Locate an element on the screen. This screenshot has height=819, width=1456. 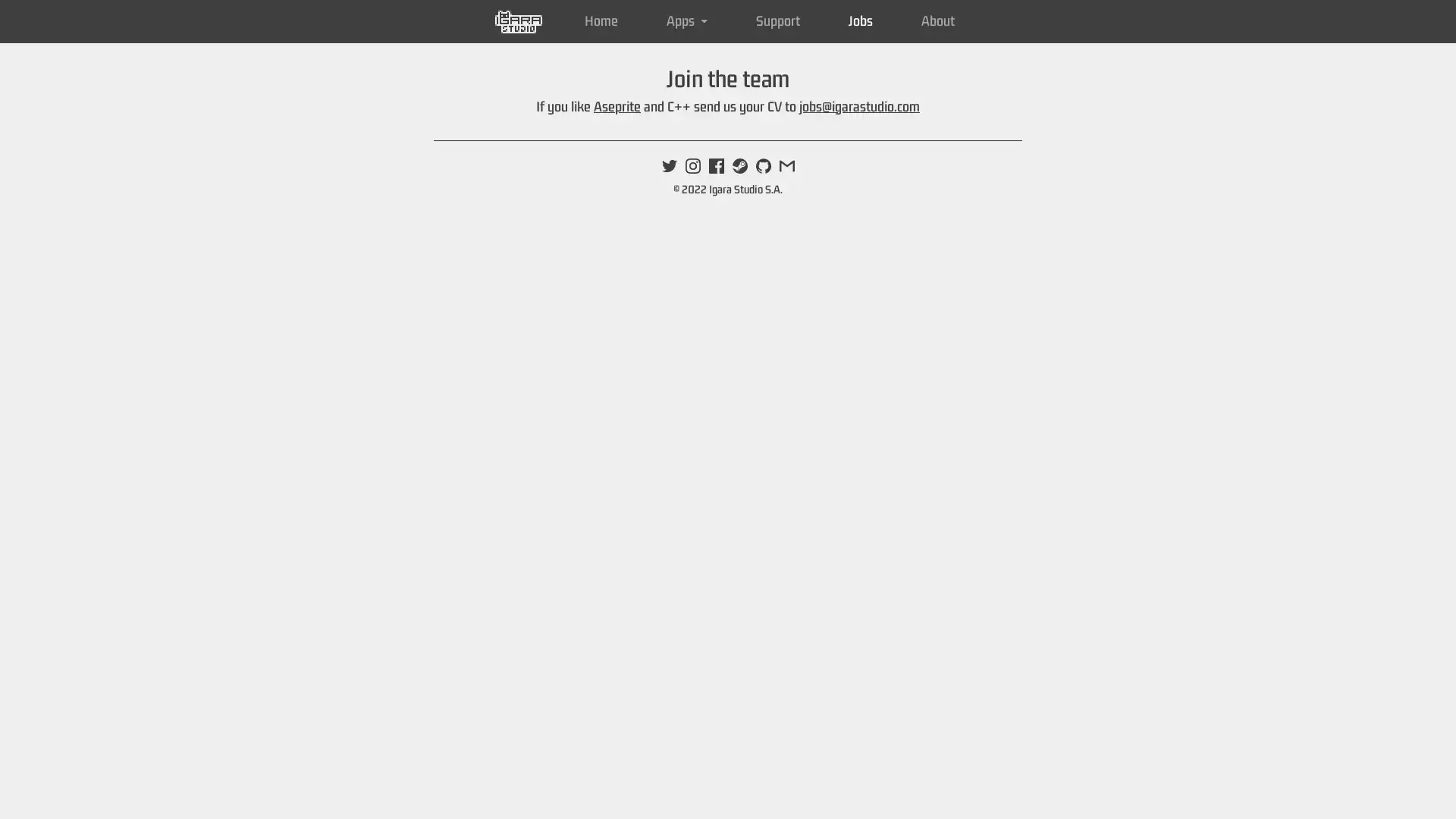
Apps is located at coordinates (686, 20).